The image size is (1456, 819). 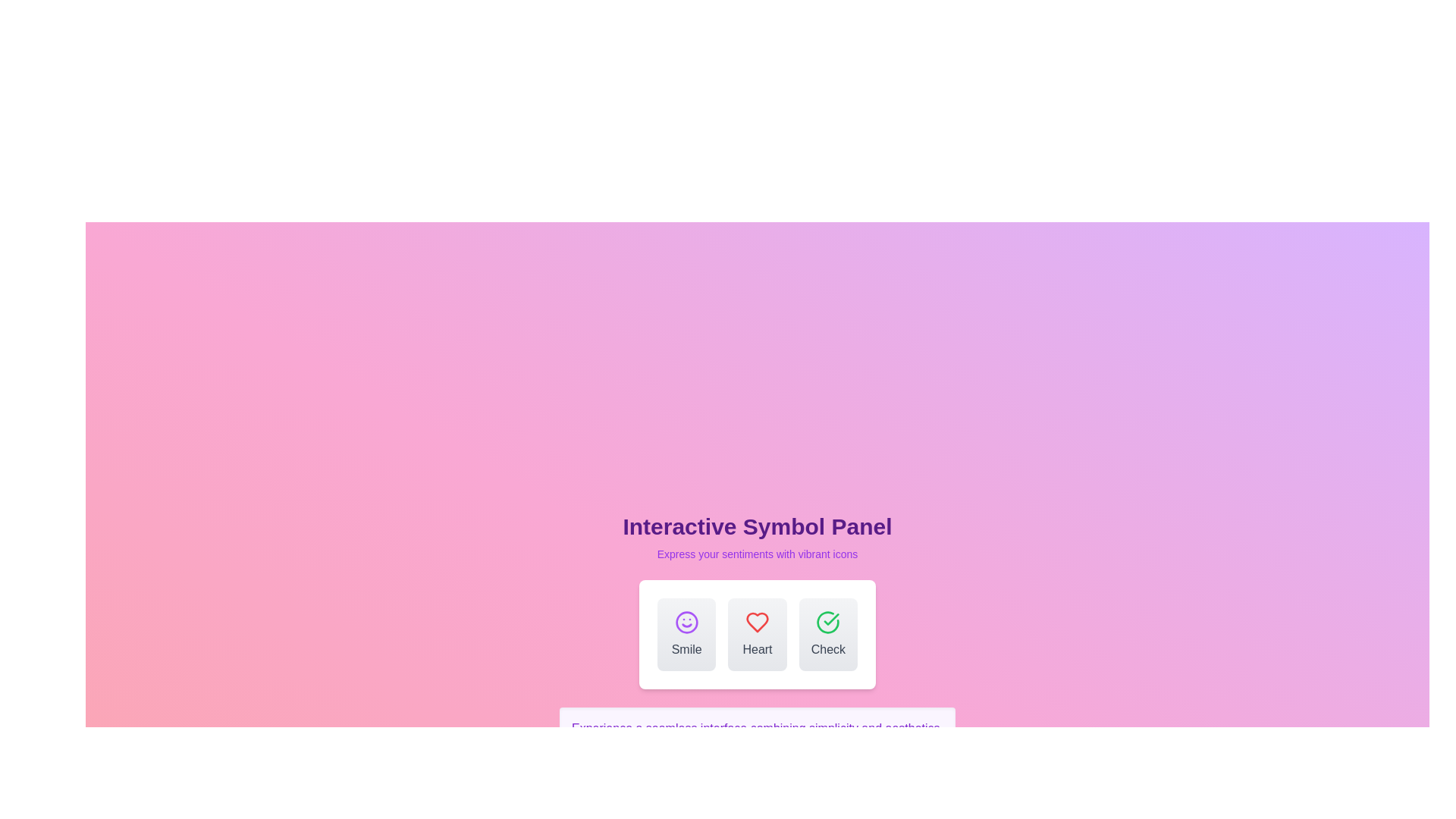 I want to click on the text label displaying the word 'Heart', which is styled with medium font weight and gray color, located below the red heart icon in the vertical layout, so click(x=757, y=648).